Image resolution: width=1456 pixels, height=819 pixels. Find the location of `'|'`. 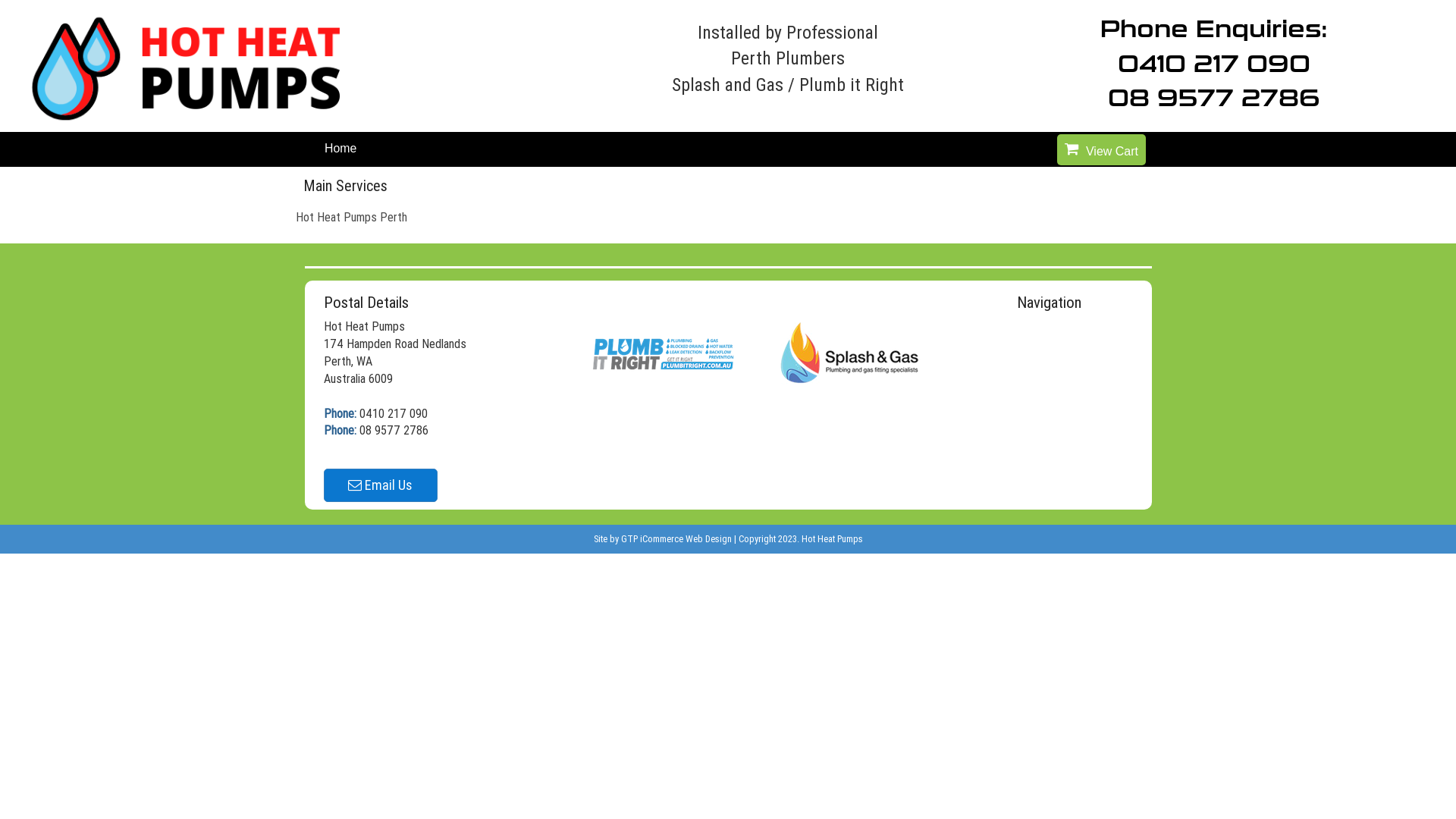

'|' is located at coordinates (735, 538).